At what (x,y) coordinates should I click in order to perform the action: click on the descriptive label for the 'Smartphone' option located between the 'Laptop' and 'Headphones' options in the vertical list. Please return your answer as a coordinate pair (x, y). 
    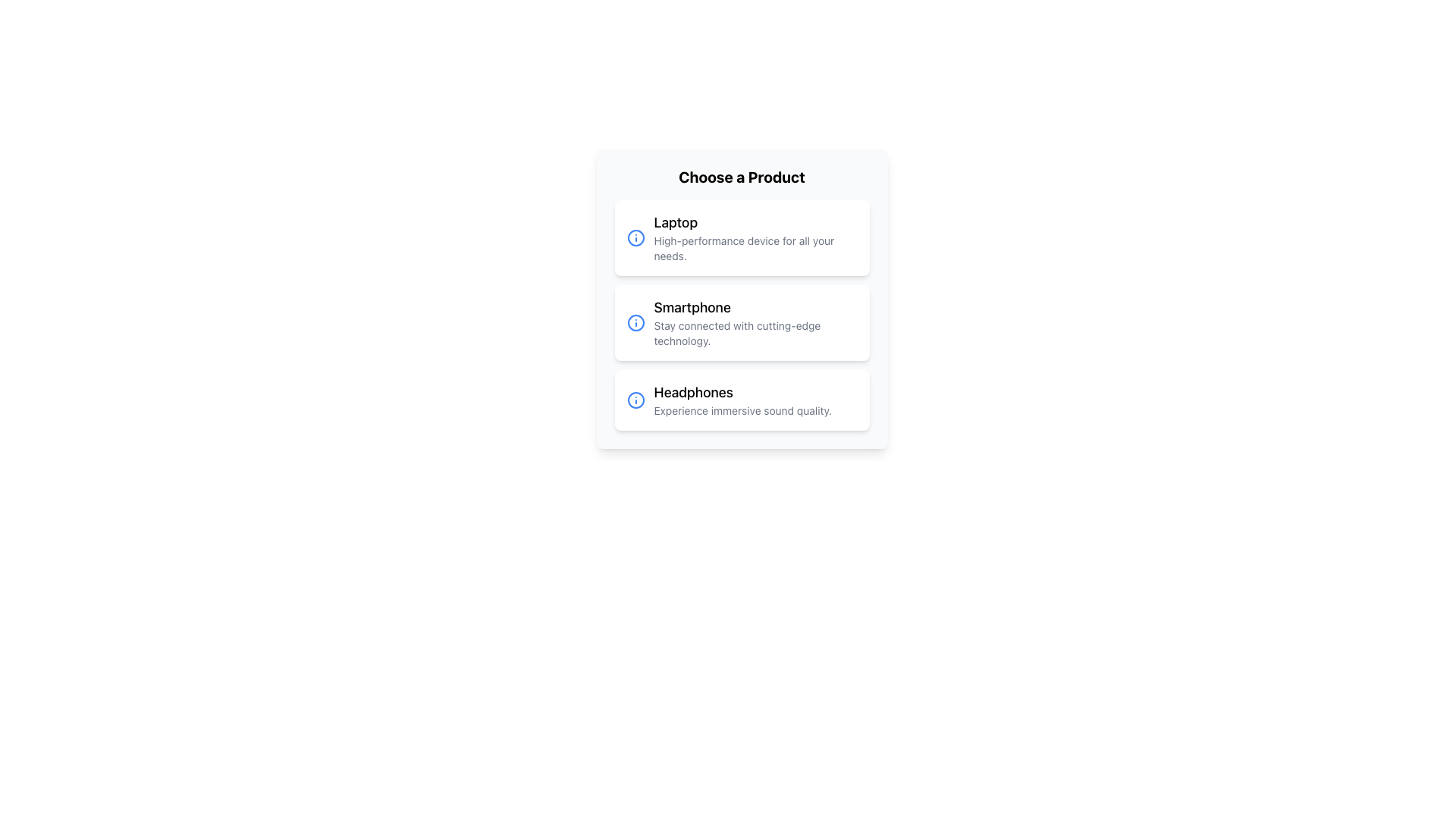
    Looking at the image, I should click on (755, 322).